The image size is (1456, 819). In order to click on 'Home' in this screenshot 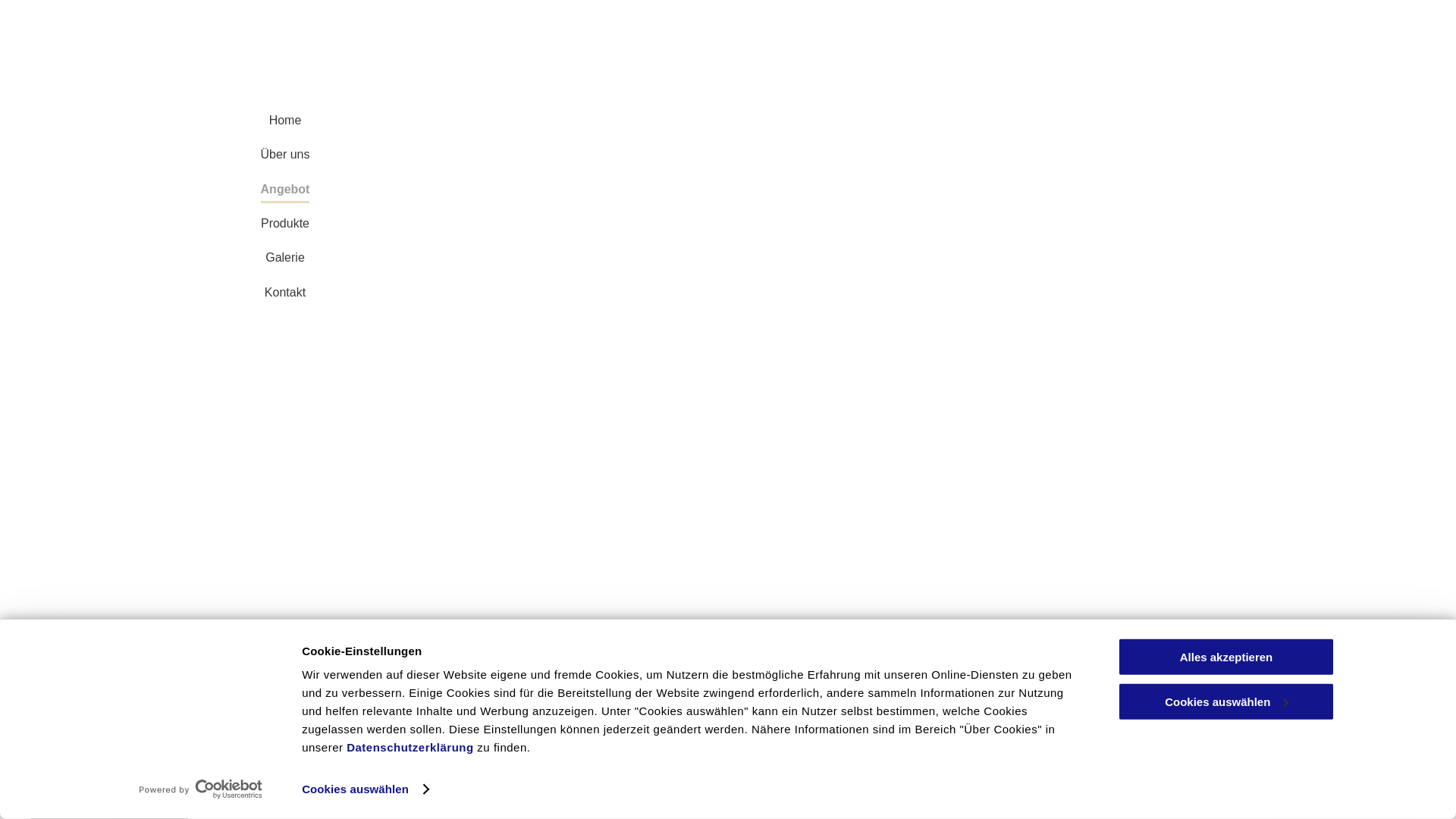, I will do `click(552, 725)`.